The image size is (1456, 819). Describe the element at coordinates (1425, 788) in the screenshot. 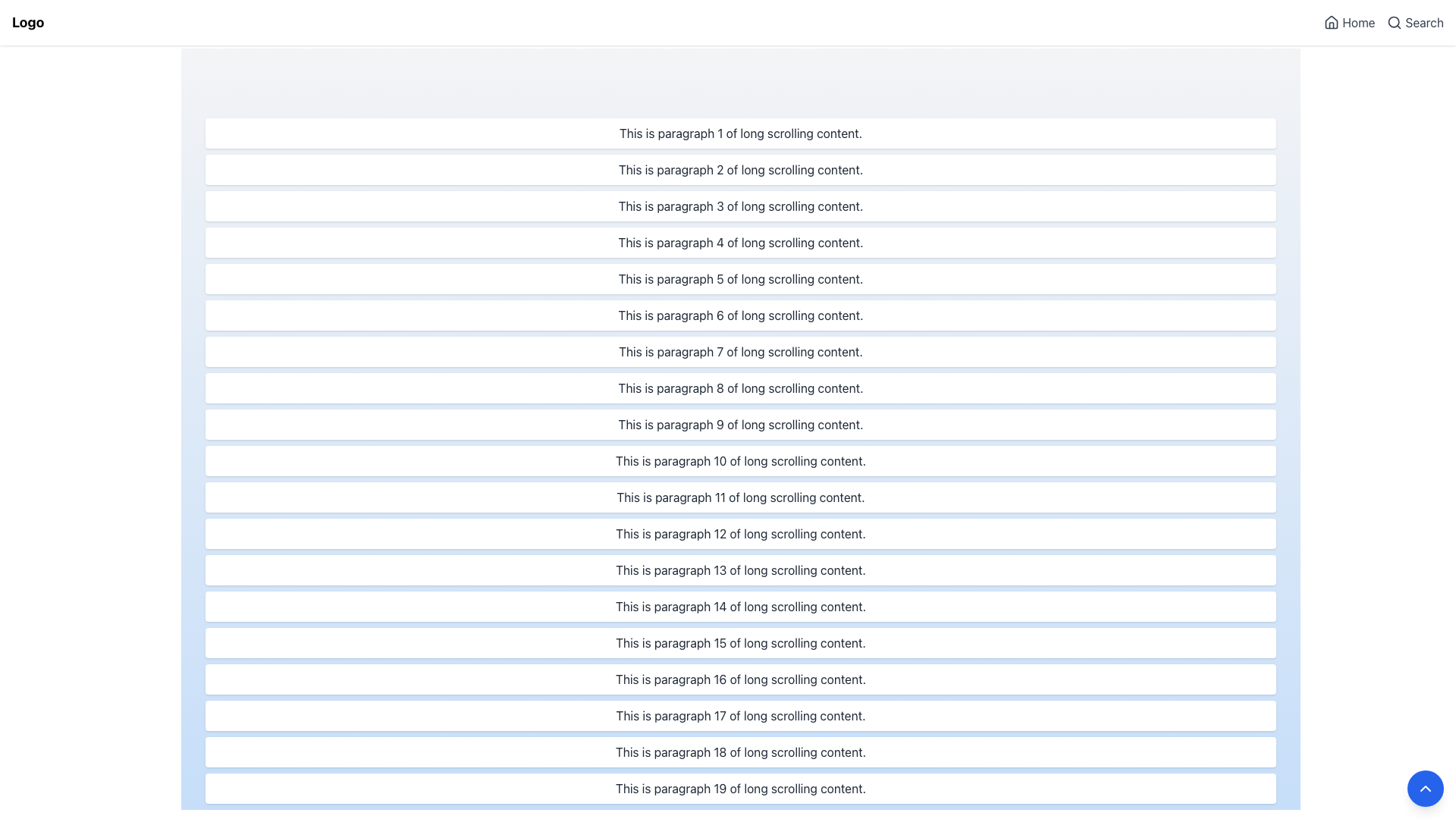

I see `the circular blue button located at the bottom-right corner of the page` at that location.